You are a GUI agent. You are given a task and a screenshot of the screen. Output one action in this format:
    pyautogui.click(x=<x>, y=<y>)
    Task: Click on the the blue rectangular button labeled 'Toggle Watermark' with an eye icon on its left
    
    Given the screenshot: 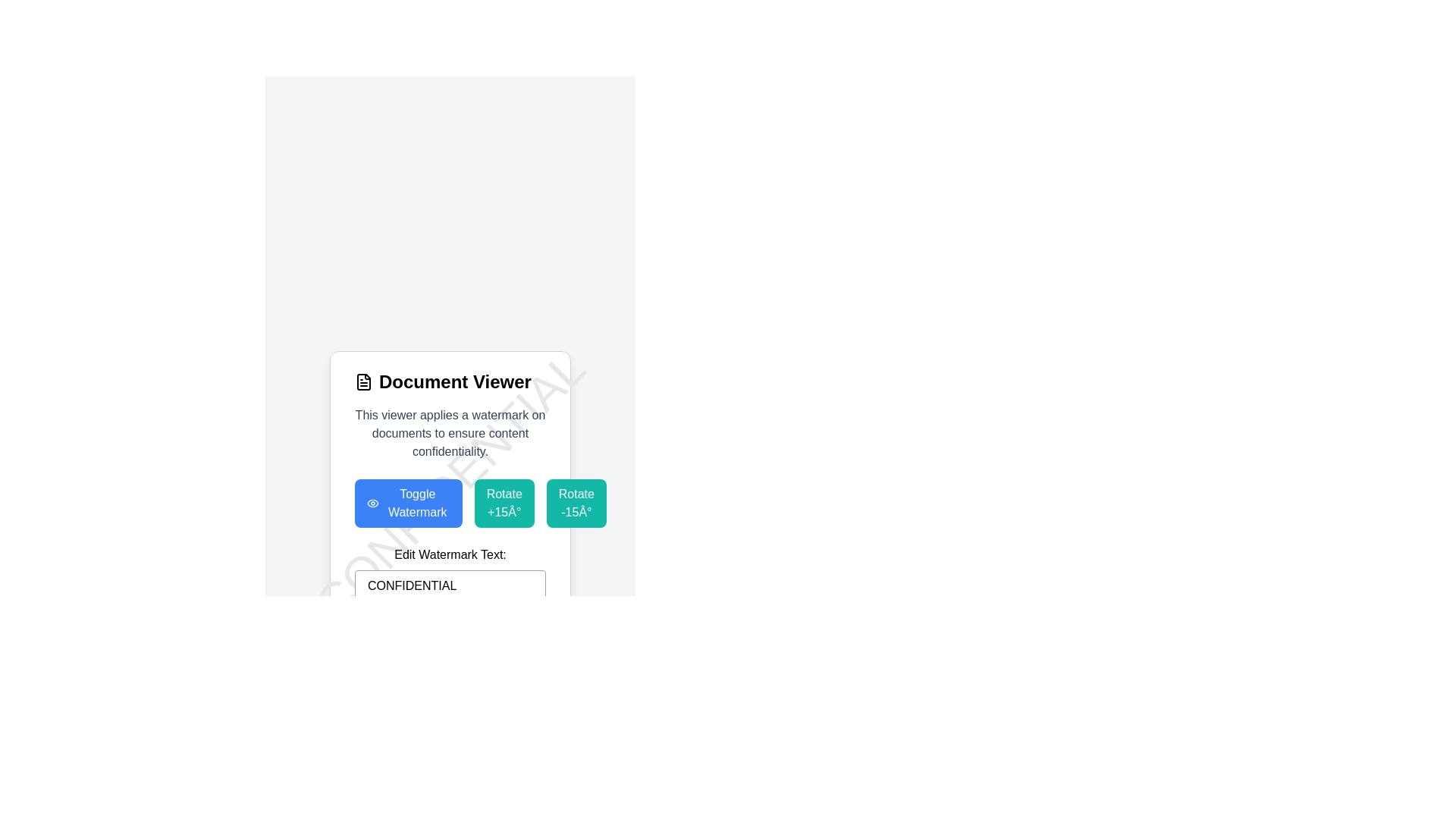 What is the action you would take?
    pyautogui.click(x=450, y=503)
    